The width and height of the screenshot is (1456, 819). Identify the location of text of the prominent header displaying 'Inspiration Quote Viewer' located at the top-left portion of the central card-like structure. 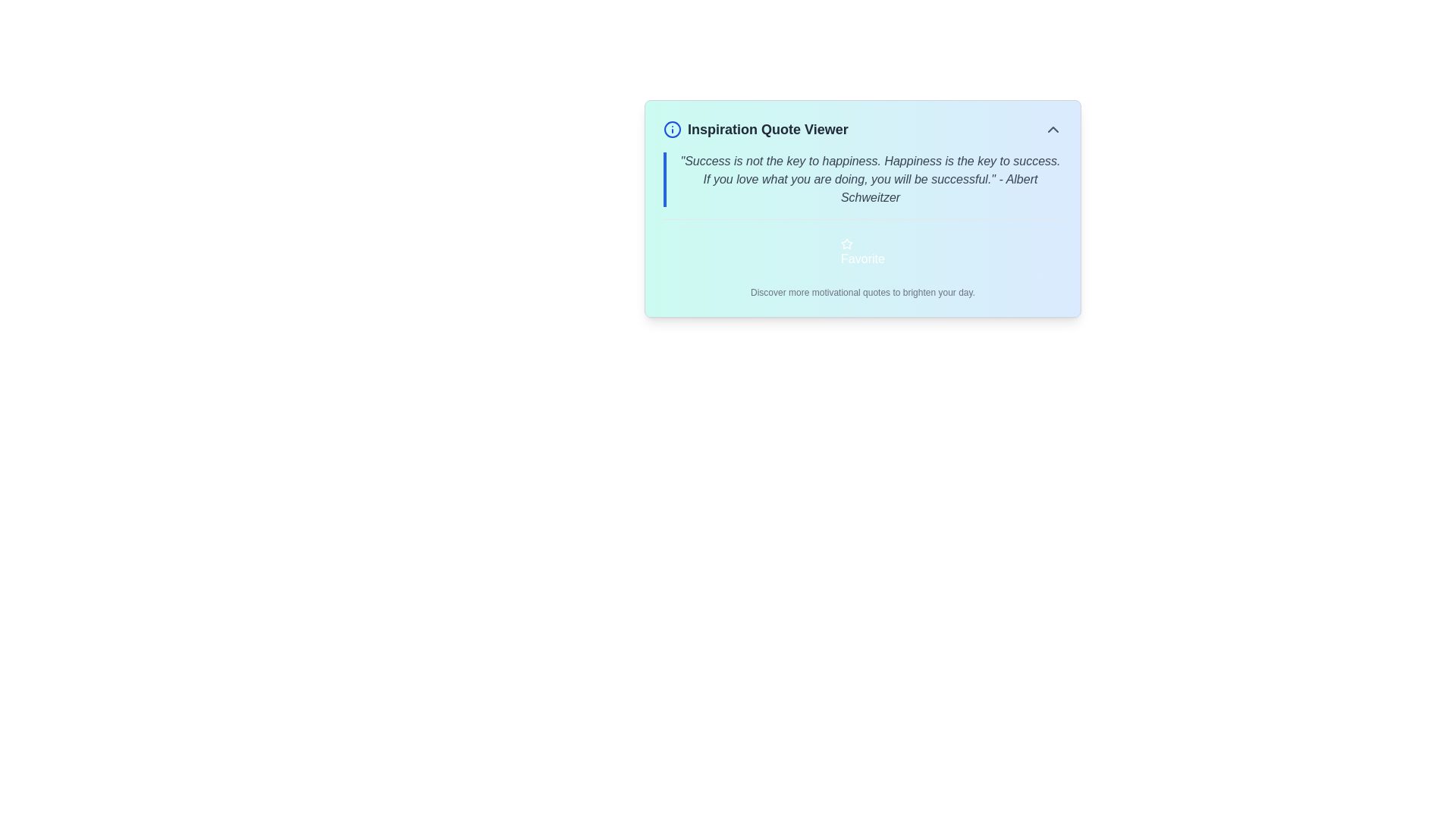
(767, 128).